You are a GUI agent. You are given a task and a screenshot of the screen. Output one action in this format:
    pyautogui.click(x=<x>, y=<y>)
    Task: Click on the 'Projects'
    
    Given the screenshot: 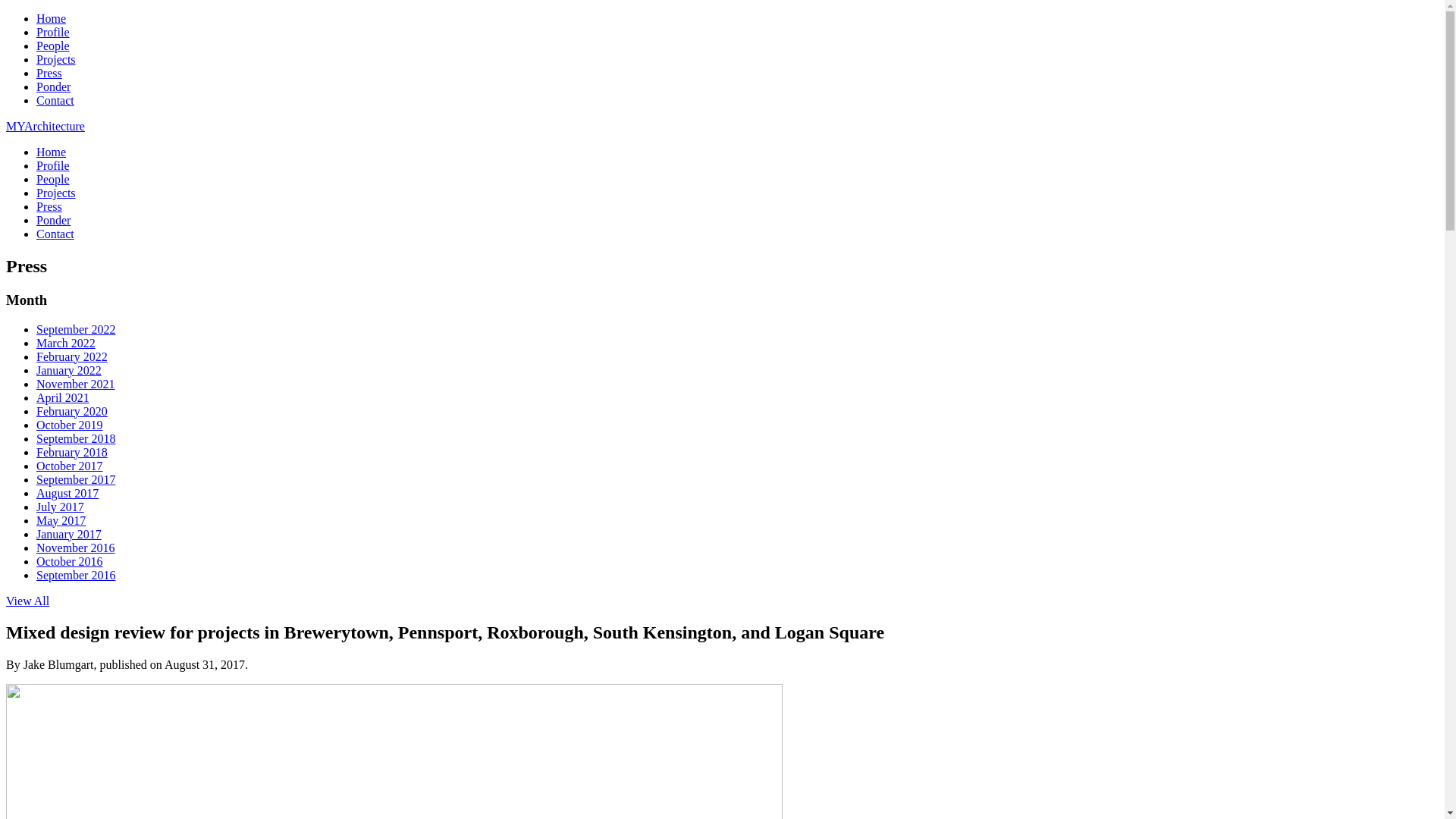 What is the action you would take?
    pyautogui.click(x=36, y=58)
    